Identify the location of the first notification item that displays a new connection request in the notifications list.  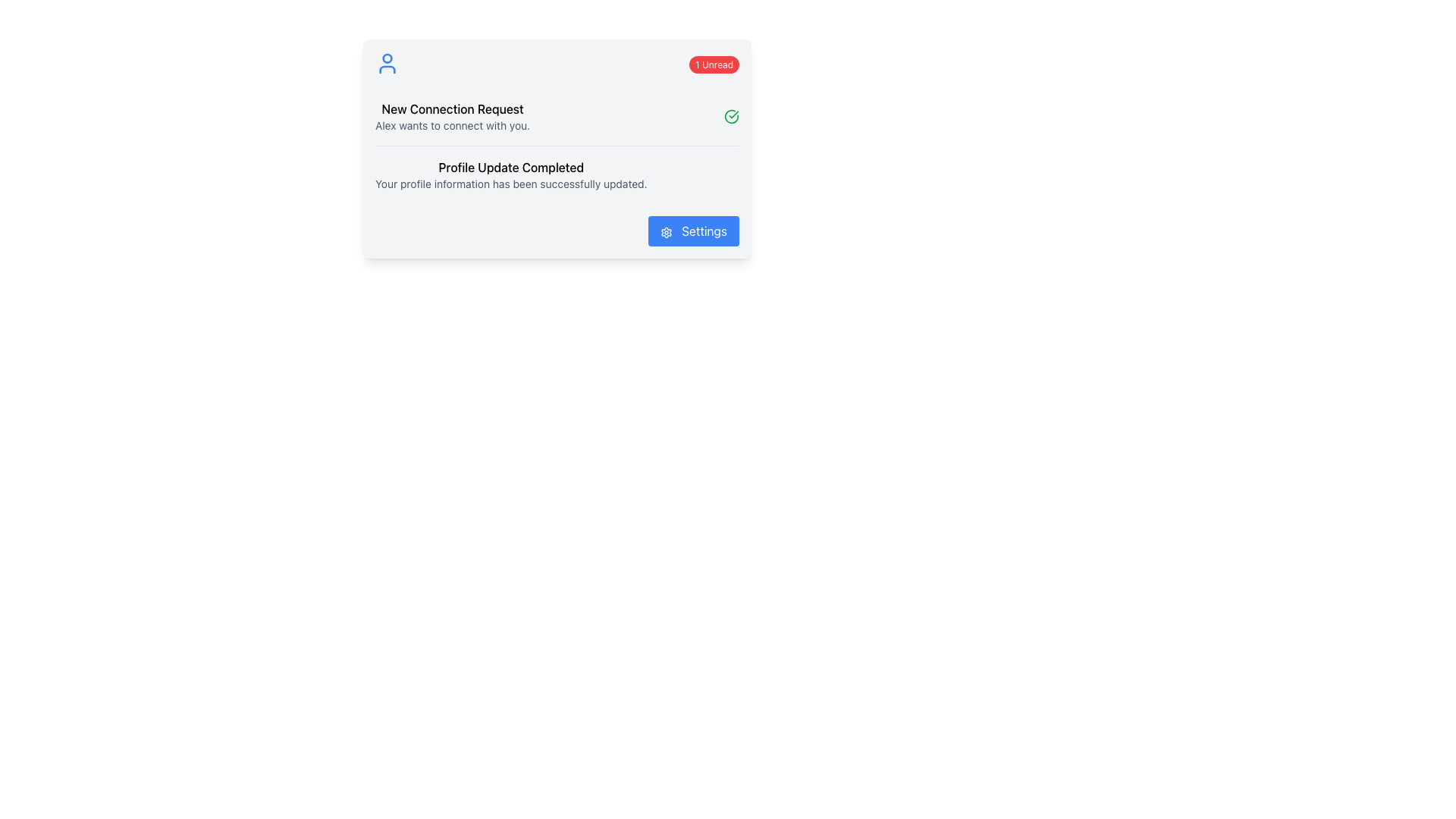
(556, 116).